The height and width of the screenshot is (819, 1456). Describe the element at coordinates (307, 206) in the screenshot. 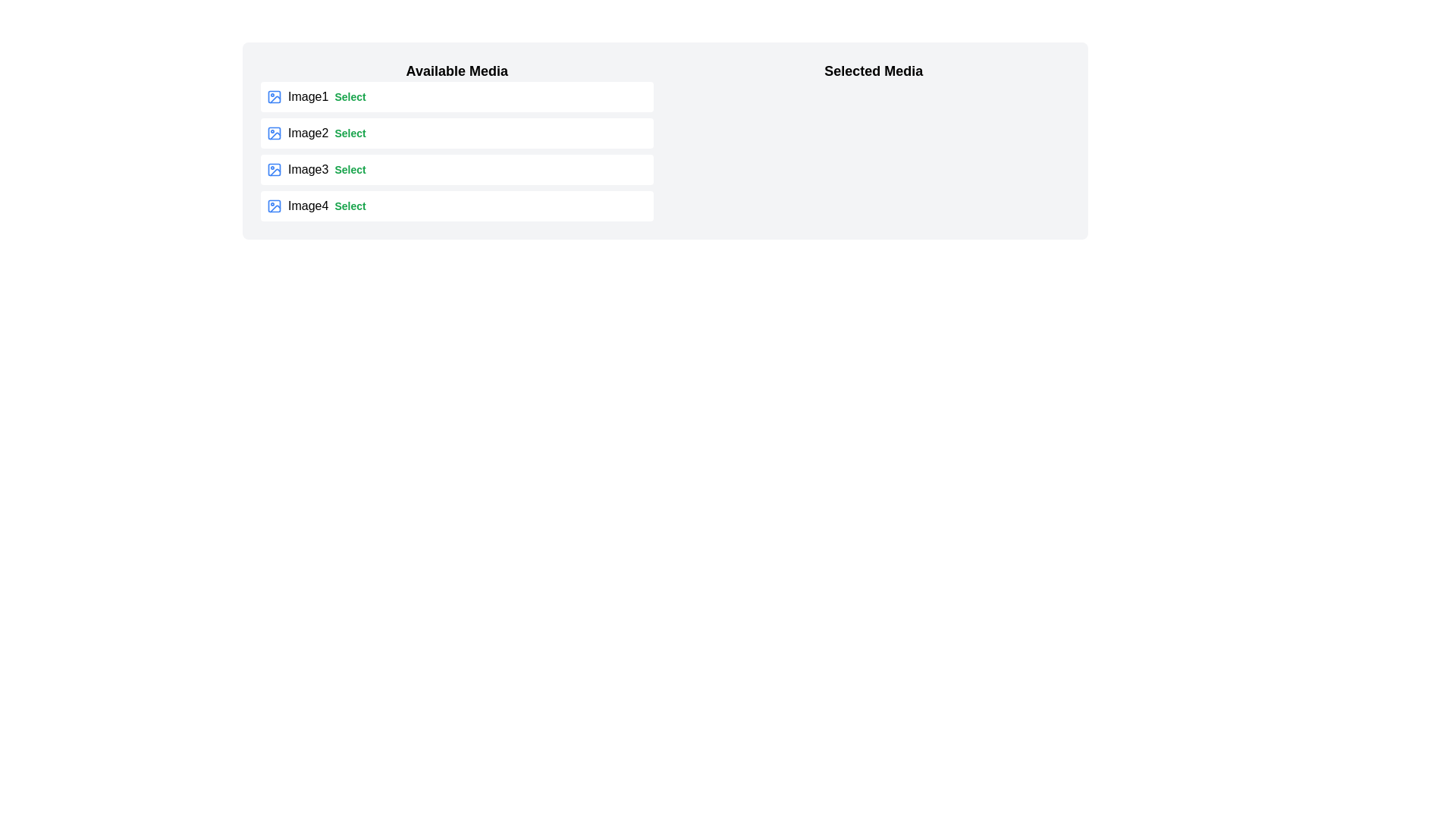

I see `the text label displaying 'Image4' which is bold, located in the 'Available Media' section, between a blue image icon on the left and a green 'Select' link on the right` at that location.